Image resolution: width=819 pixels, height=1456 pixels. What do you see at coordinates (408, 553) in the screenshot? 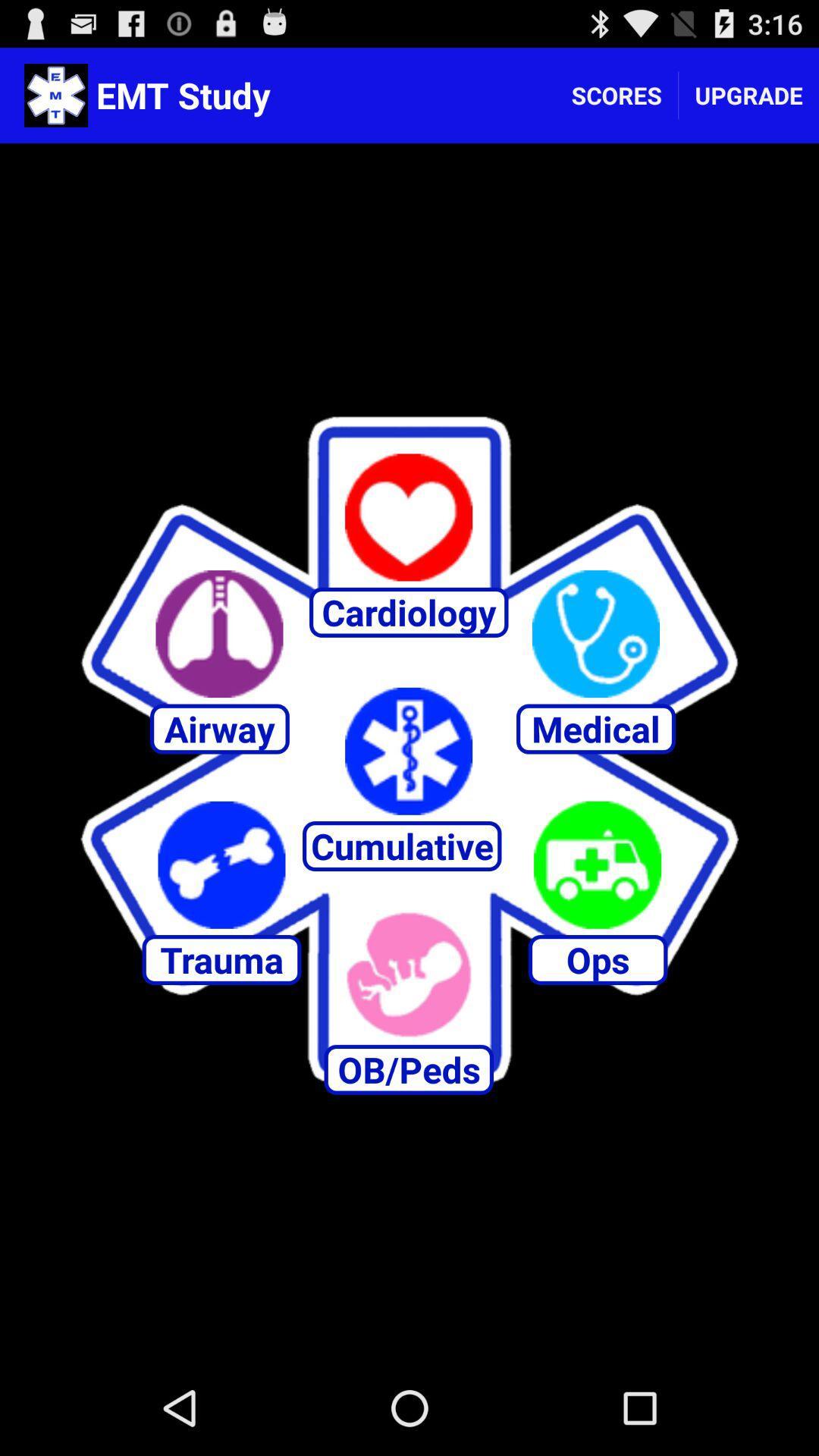
I see `the favorite icon` at bounding box center [408, 553].